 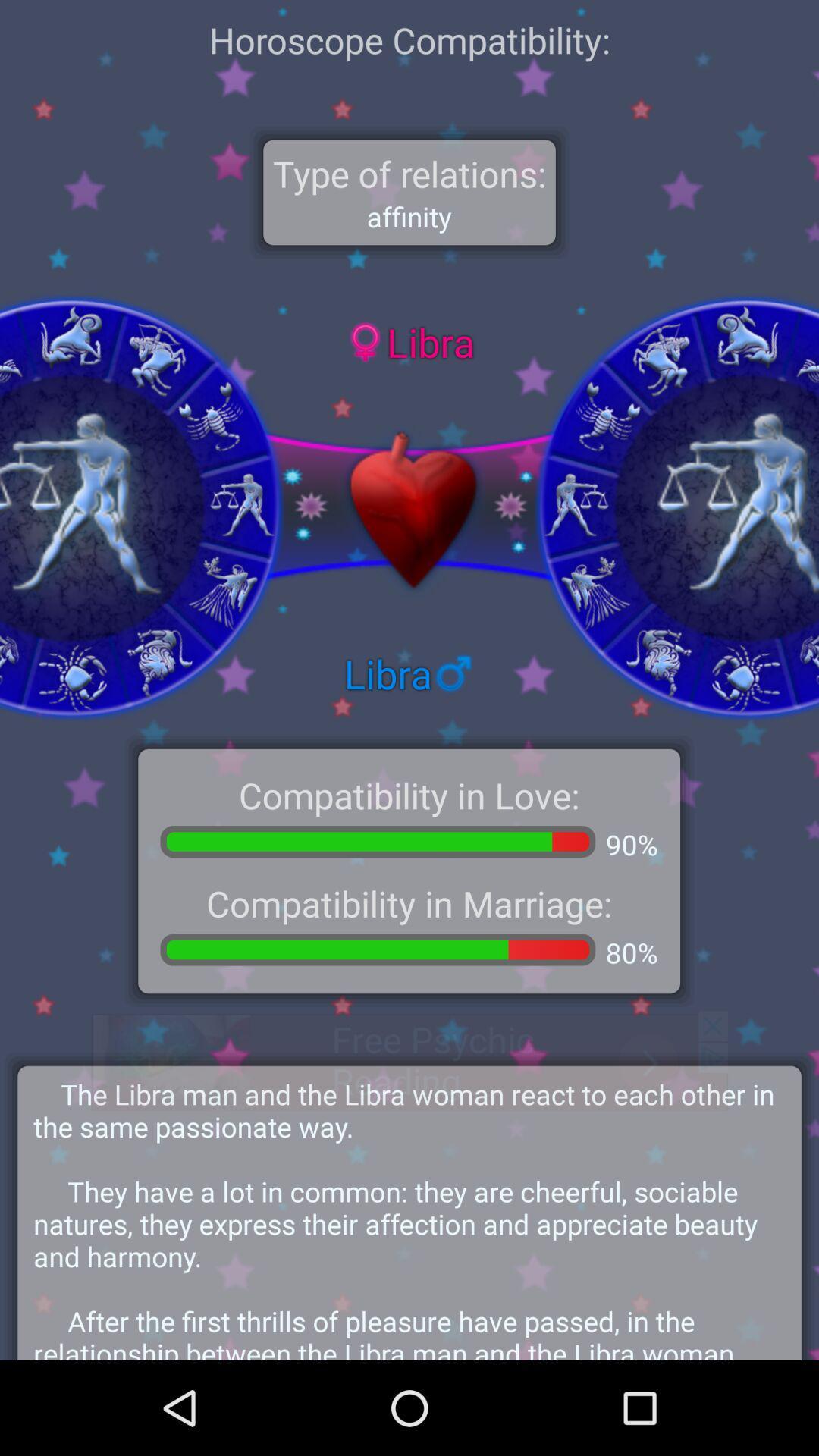 I want to click on the favorite icon, so click(x=408, y=543).